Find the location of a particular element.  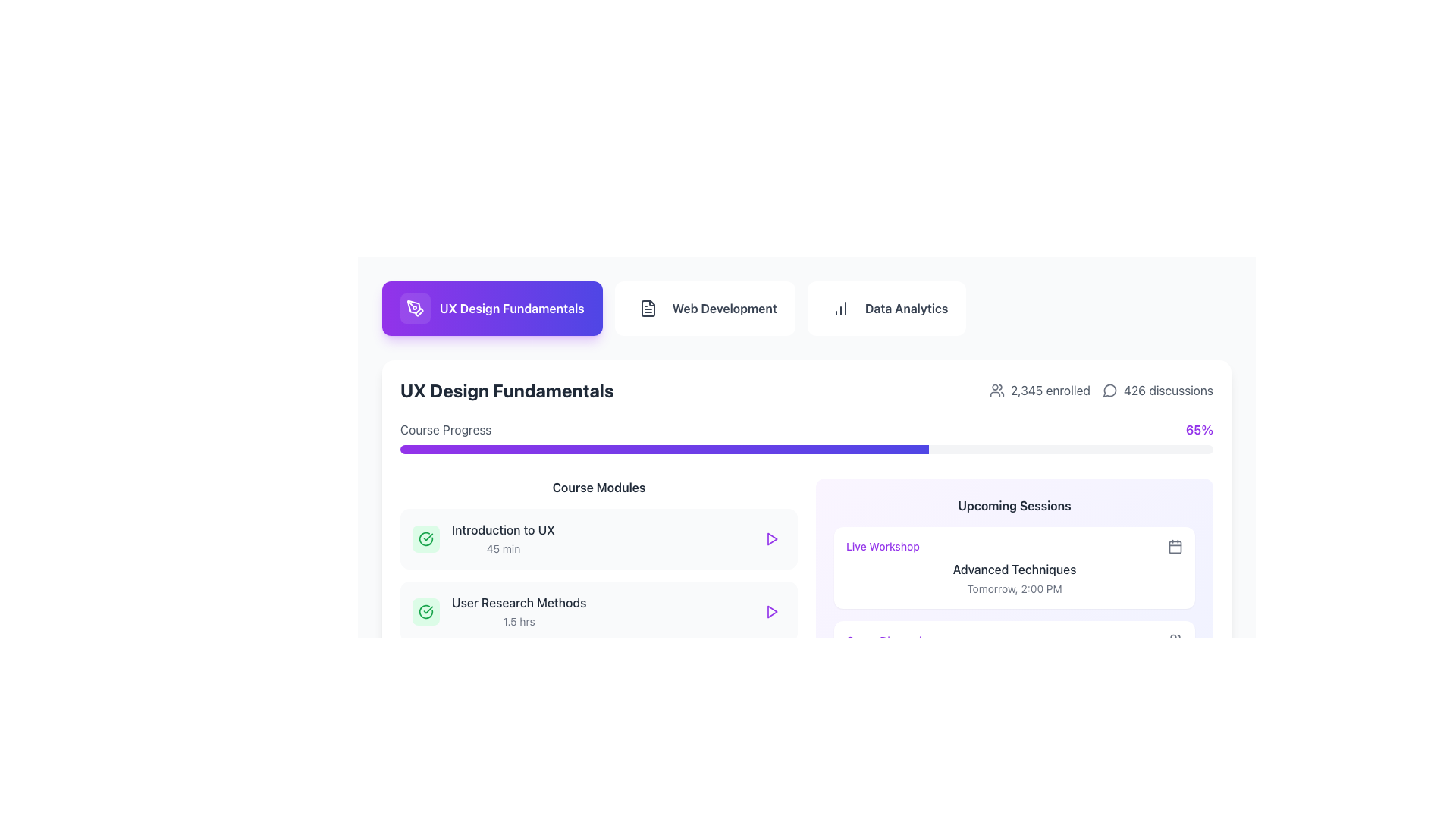

the status indication by interacting with the green checkmark icon located on the left side of the 'User Research Methods' section, above the duration label is located at coordinates (425, 538).